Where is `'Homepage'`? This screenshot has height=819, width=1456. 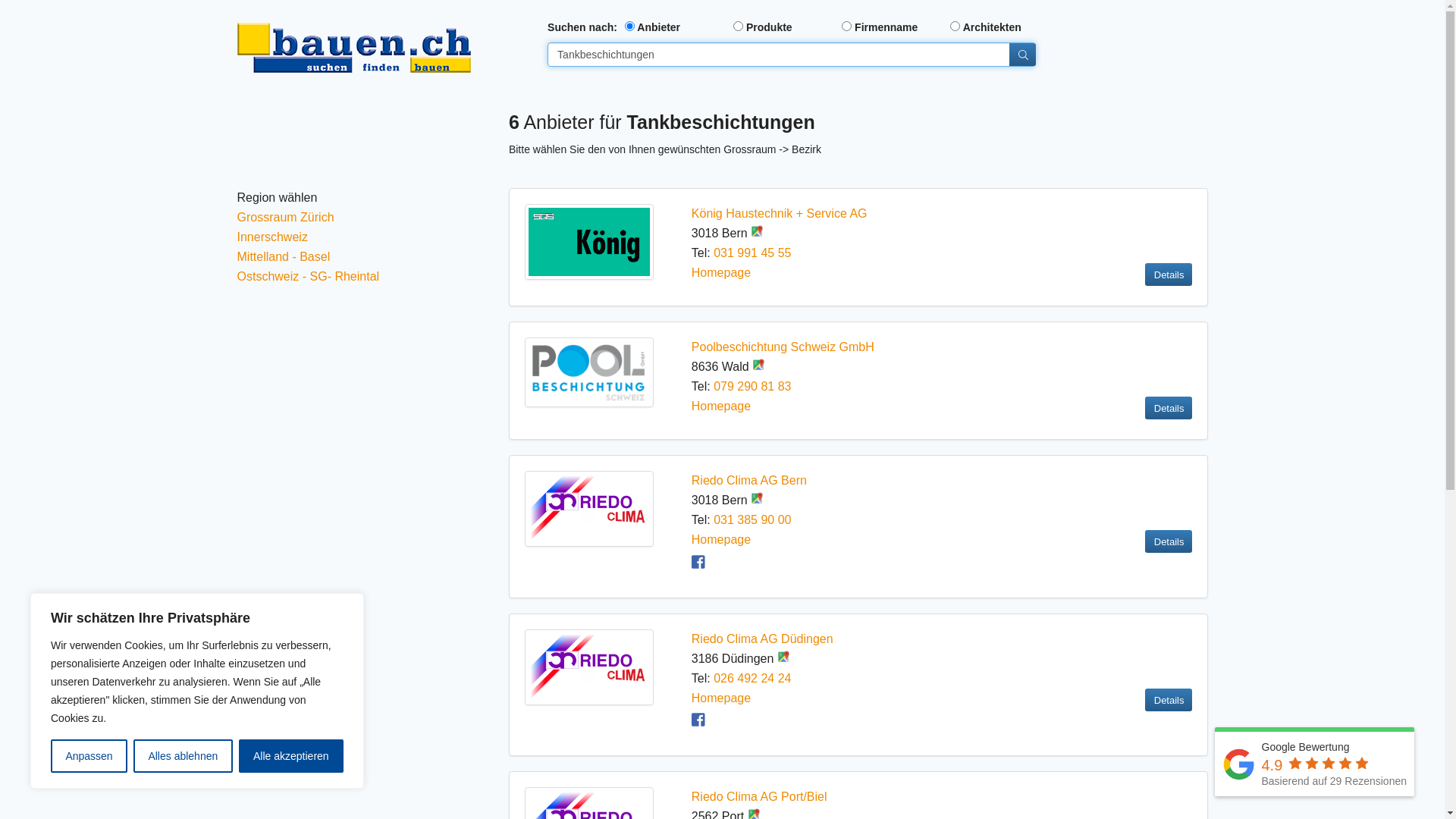 'Homepage' is located at coordinates (720, 271).